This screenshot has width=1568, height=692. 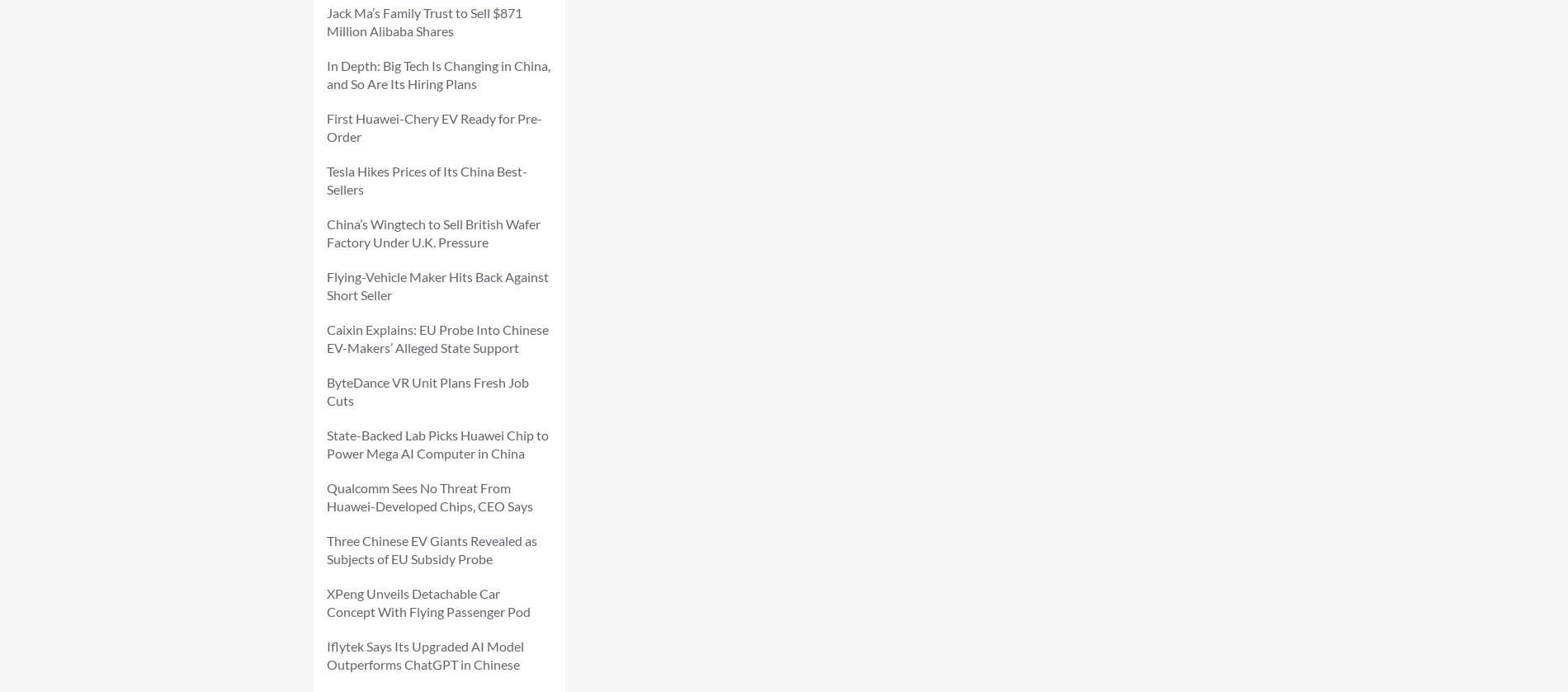 I want to click on 'Caixin Explains: EU Probe Into Chinese EV-Makers’ Alleged State Support', so click(x=437, y=338).